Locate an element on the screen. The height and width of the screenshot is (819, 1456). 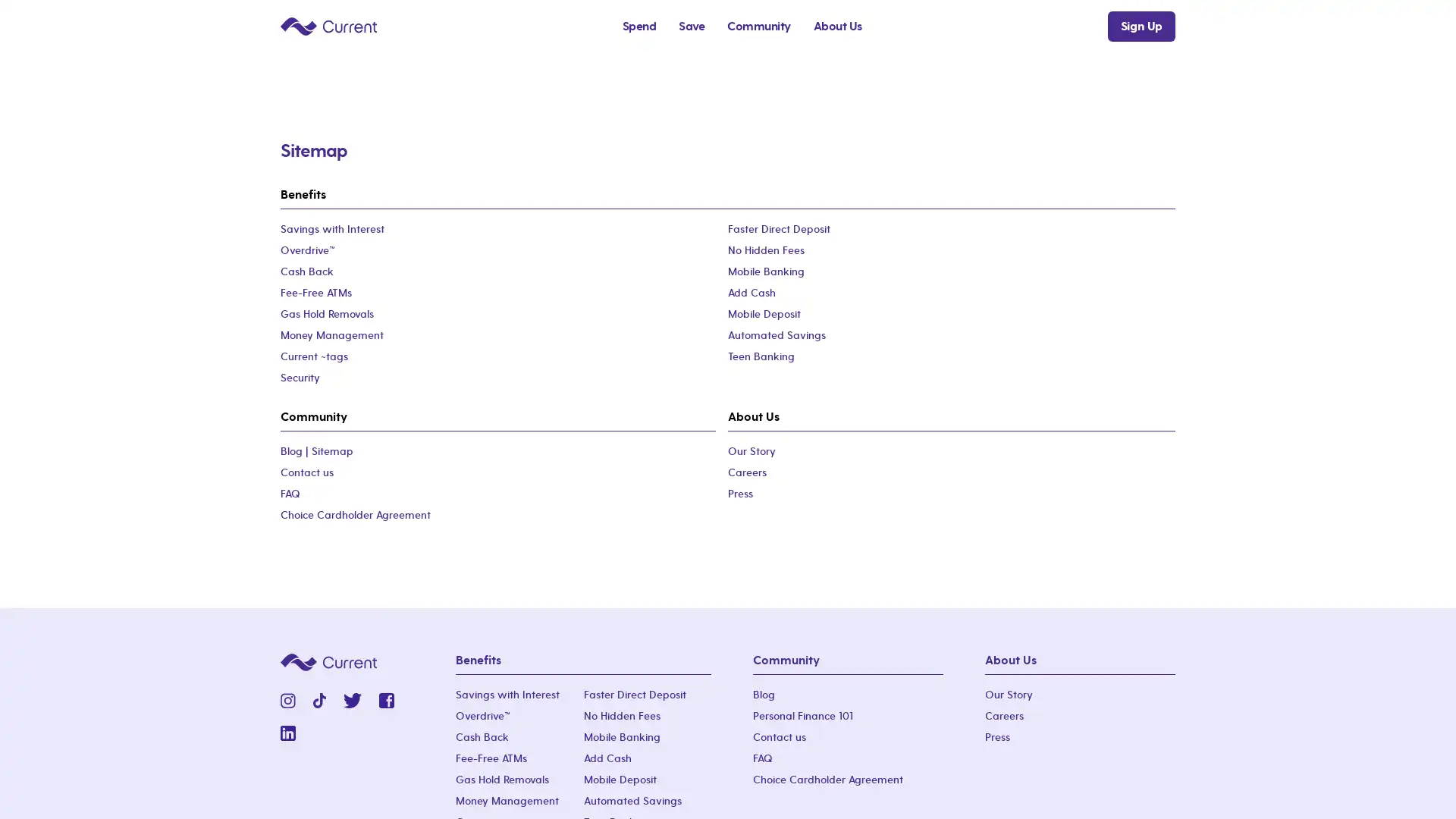
Press is located at coordinates (997, 736).